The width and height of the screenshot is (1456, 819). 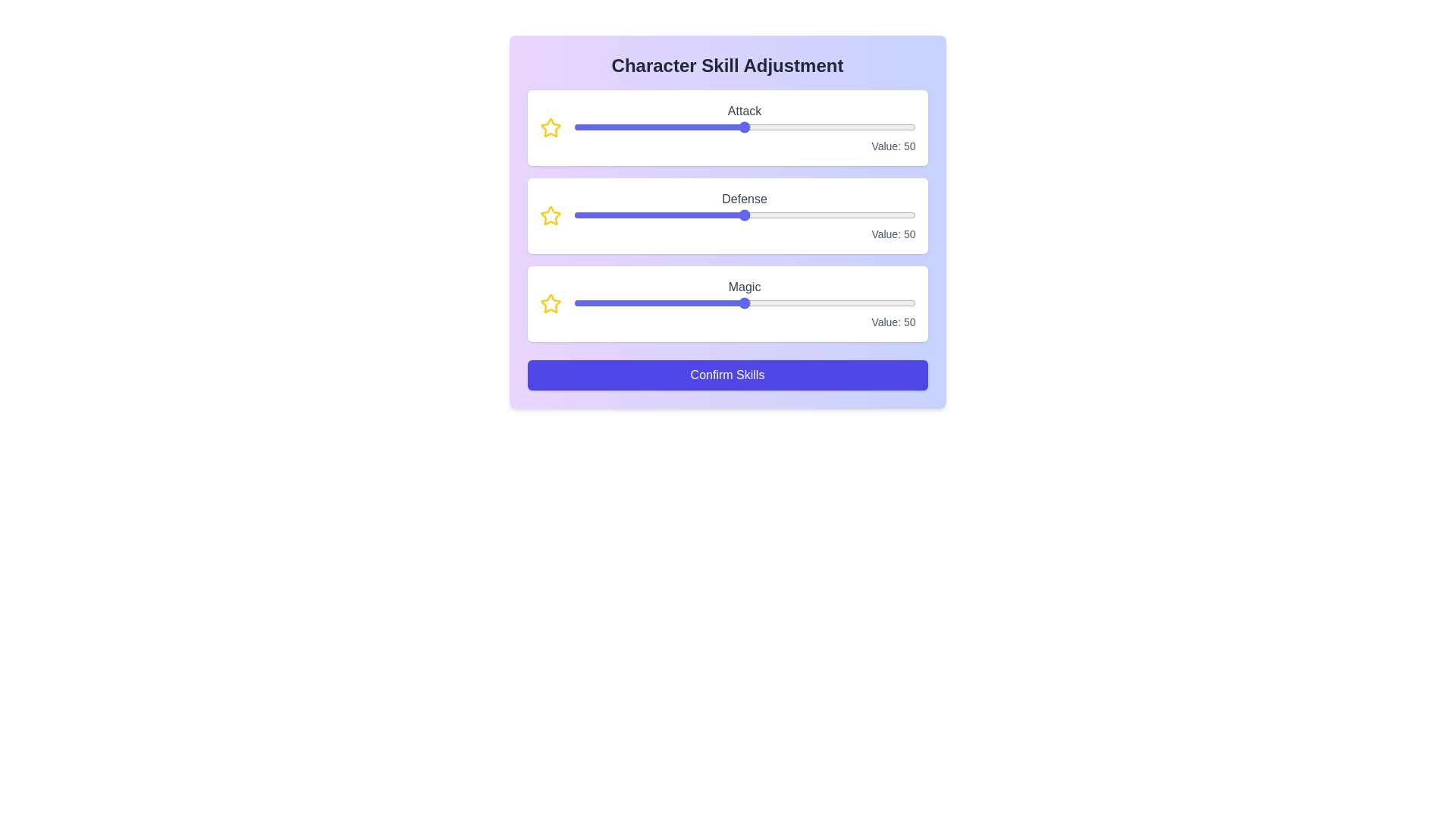 I want to click on the 0 slider to 23, so click(x=783, y=127).